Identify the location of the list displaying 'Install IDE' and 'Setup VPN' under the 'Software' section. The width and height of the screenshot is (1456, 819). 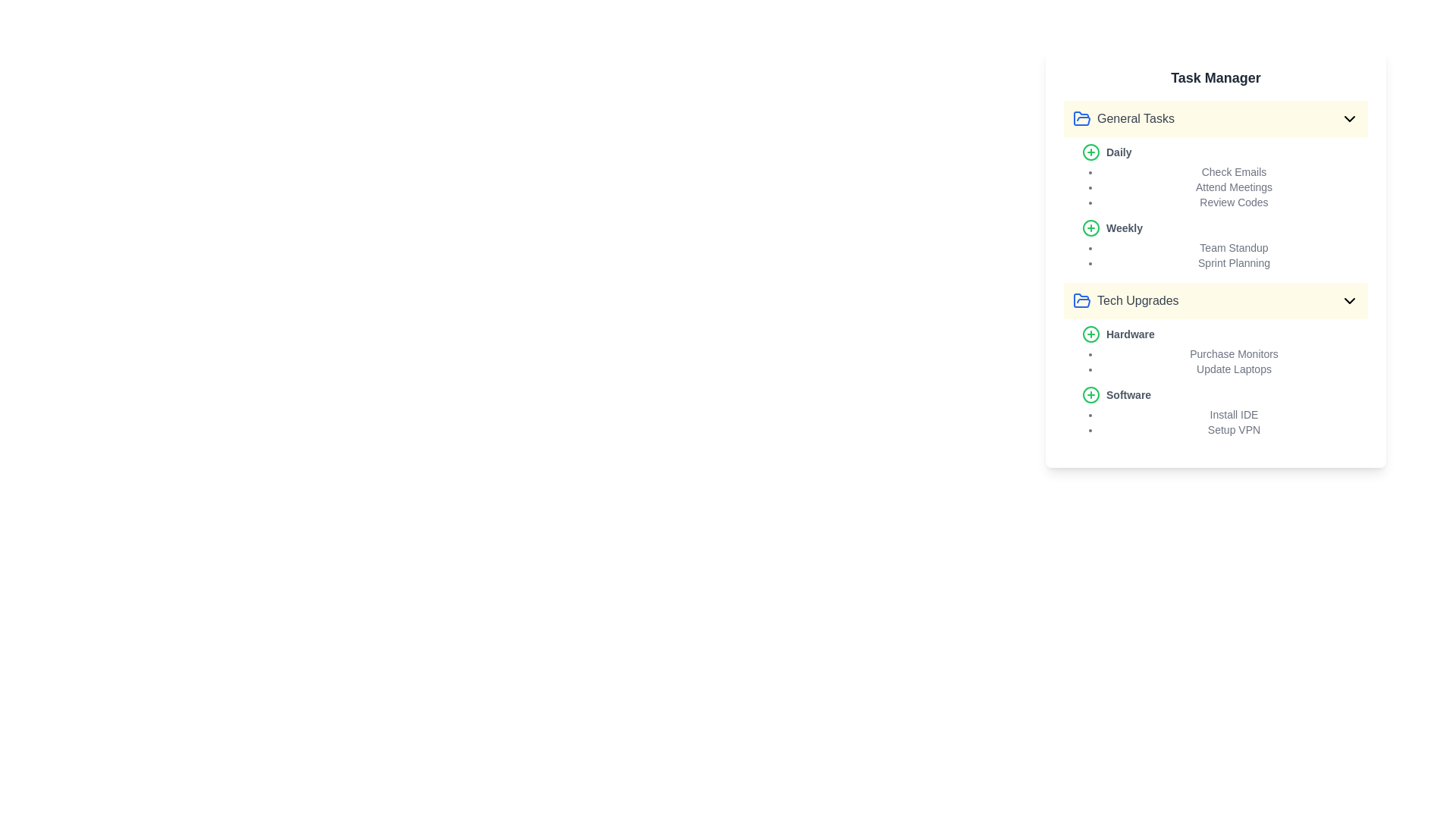
(1225, 412).